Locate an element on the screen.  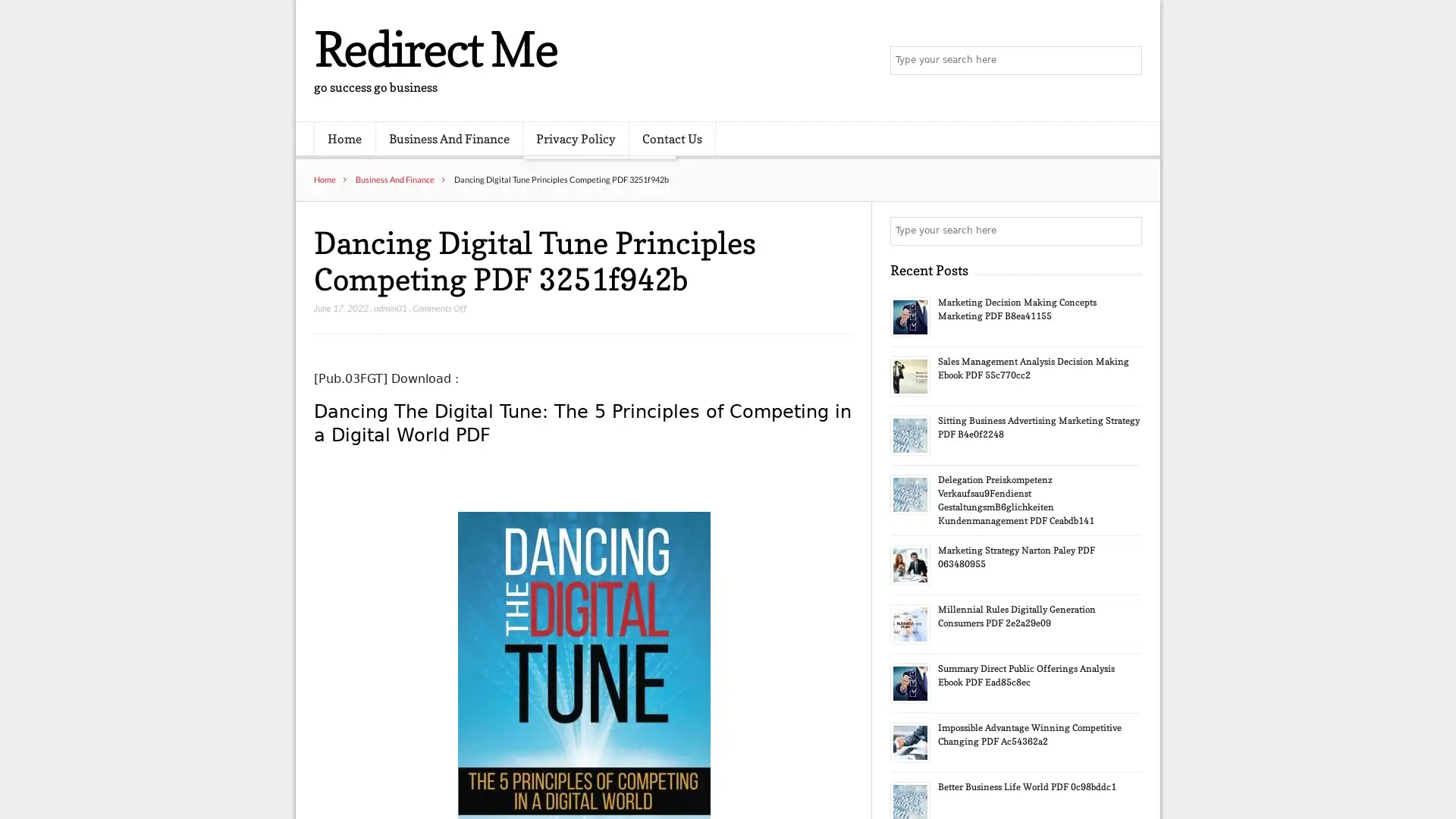
Search is located at coordinates (1126, 61).